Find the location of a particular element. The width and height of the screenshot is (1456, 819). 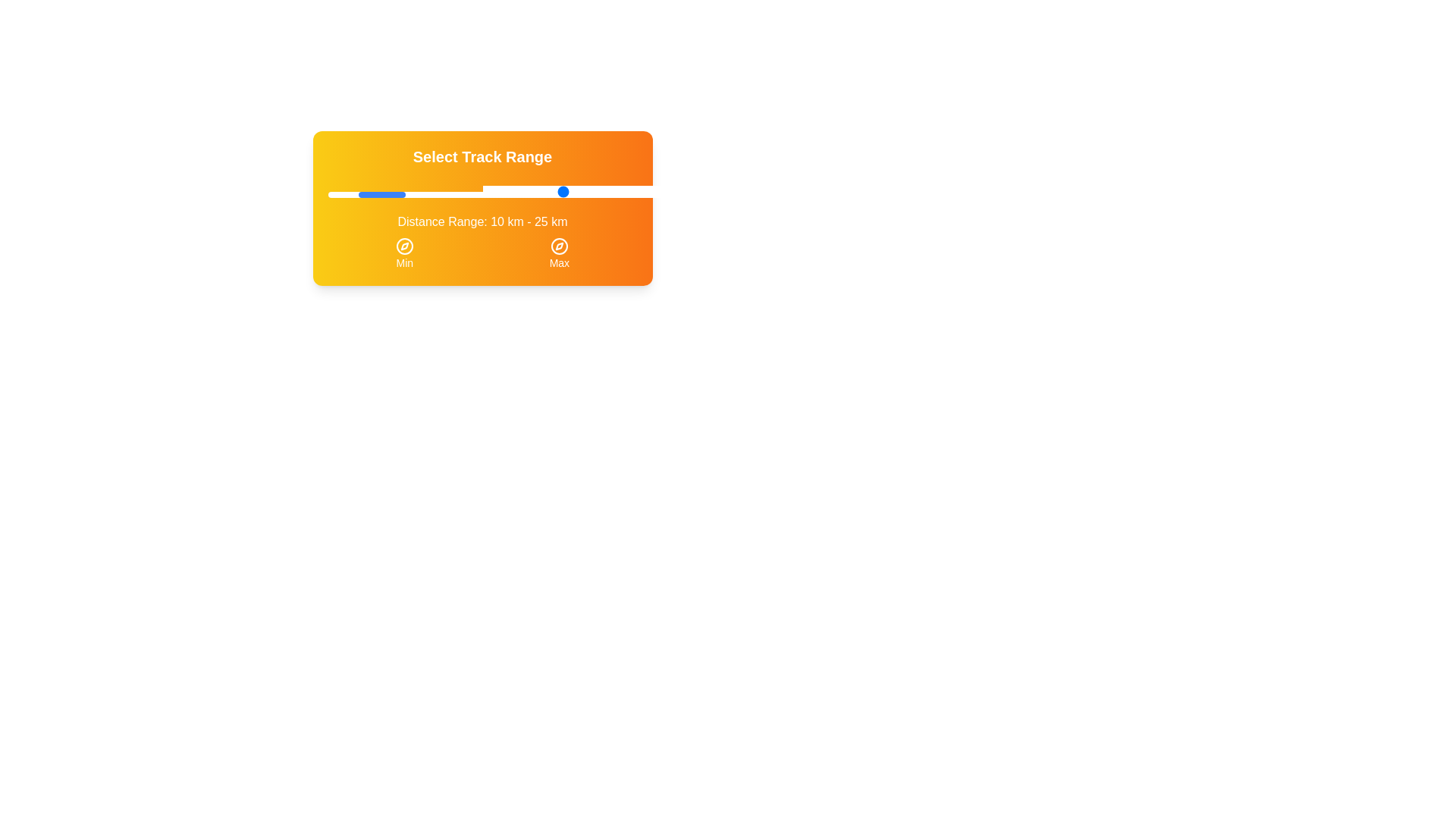

the blue progress bar segment that occupies 10% to 25% of the length within the orange gradient box labeled 'Select Track Range' is located at coordinates (381, 194).